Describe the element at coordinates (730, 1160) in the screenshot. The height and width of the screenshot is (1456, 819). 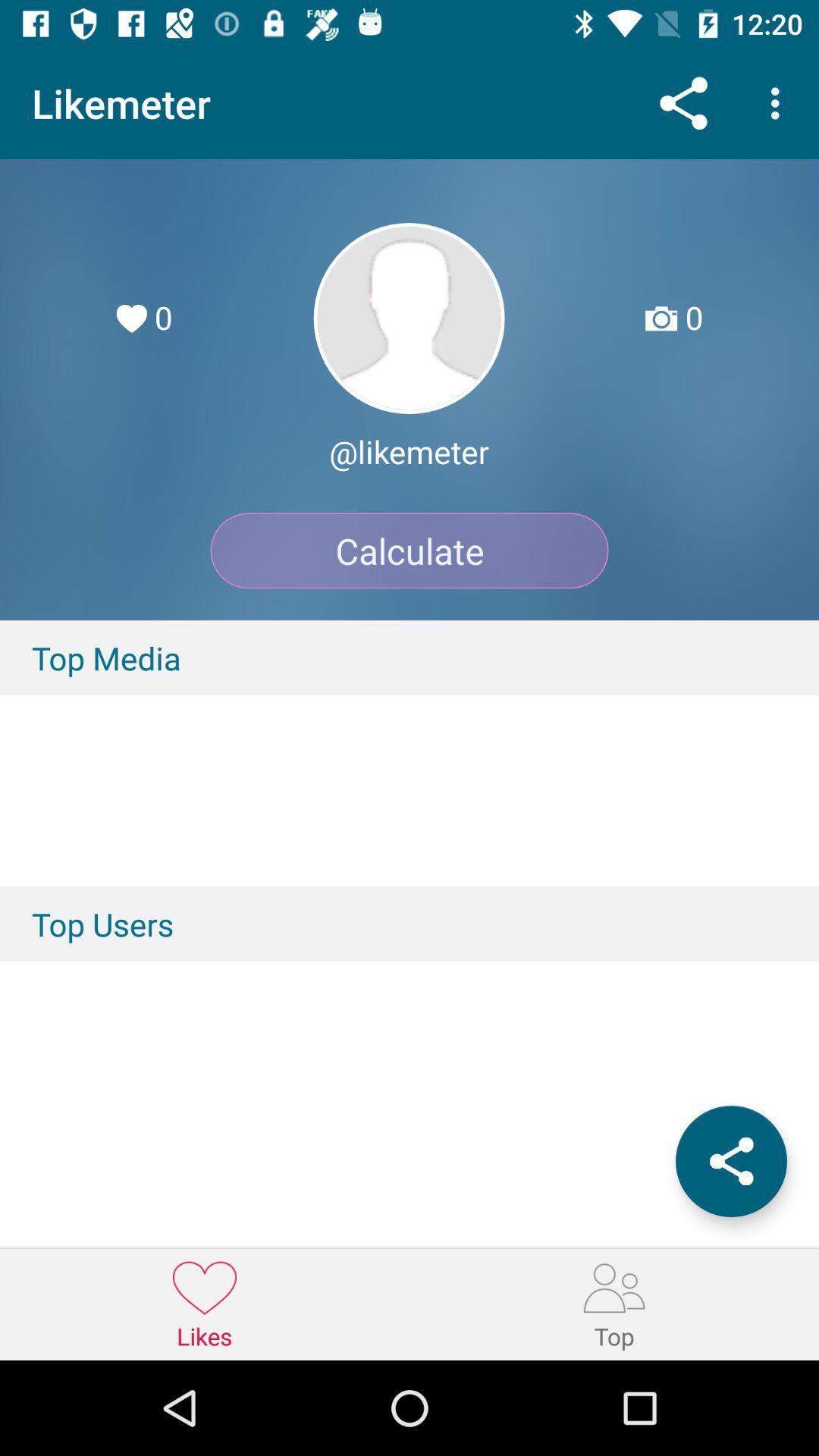
I see `save` at that location.